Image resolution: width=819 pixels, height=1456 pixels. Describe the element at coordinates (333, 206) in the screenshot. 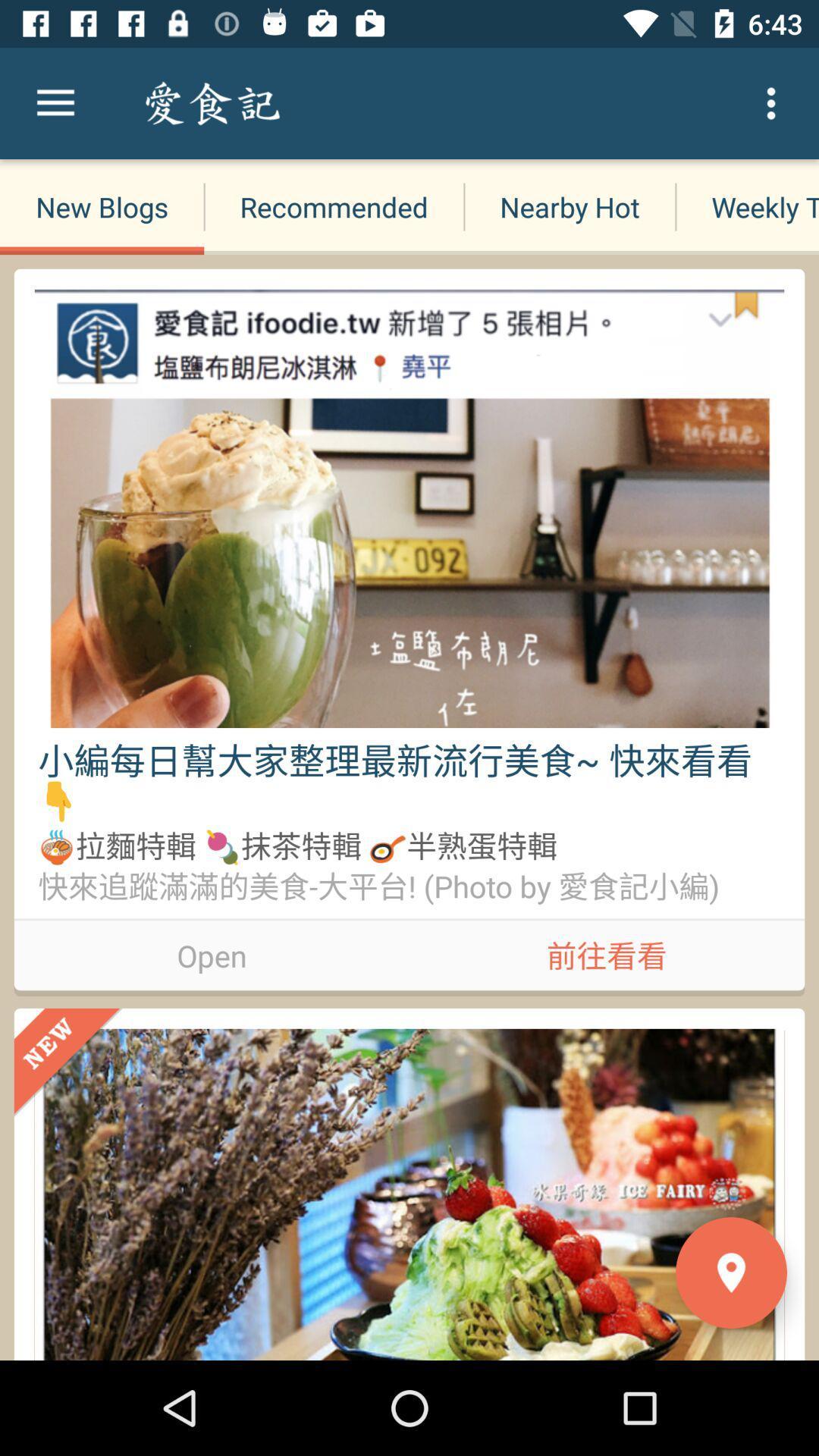

I see `icon to the left of the nearby hot item` at that location.